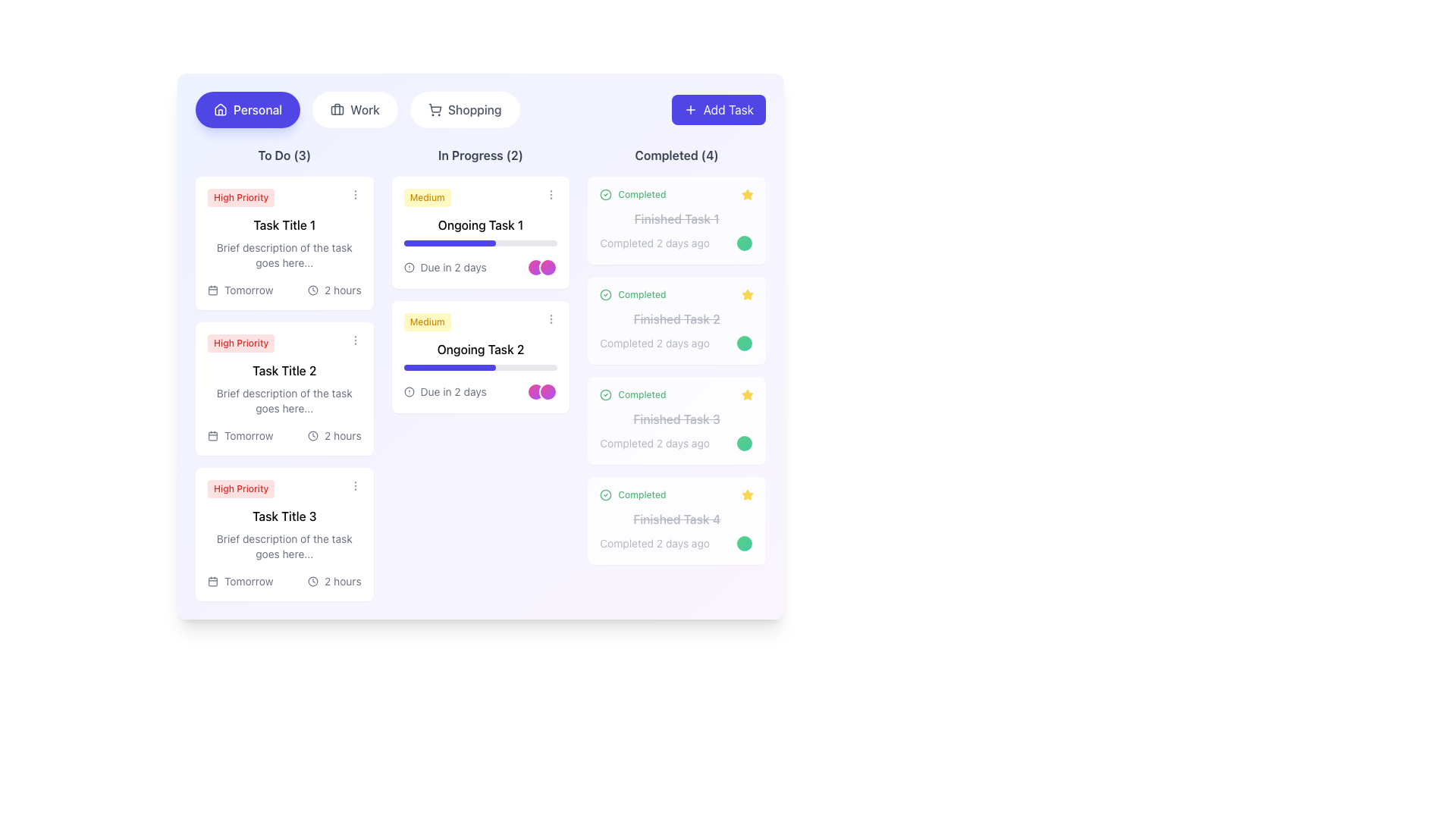  I want to click on the text label displaying 'Completed (4)', which is styled in bold gray and serves as a section title above a list of completed tasks, so click(676, 155).